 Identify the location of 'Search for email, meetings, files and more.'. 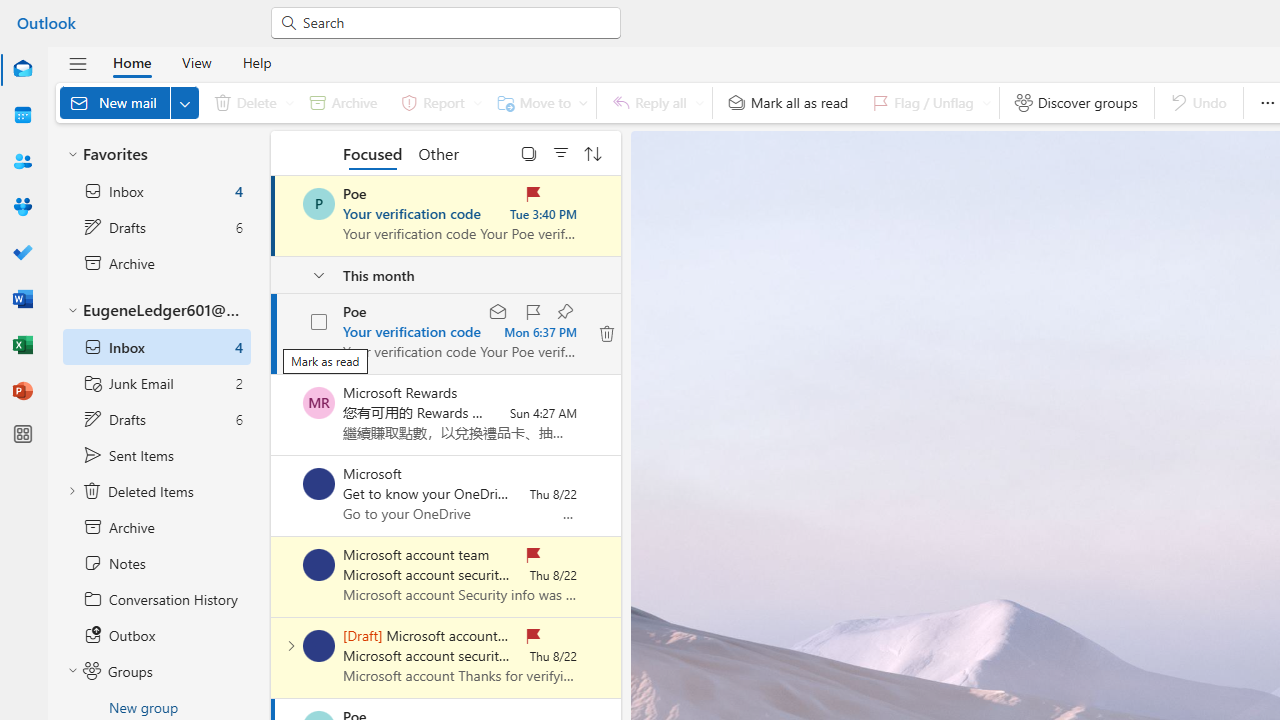
(454, 21).